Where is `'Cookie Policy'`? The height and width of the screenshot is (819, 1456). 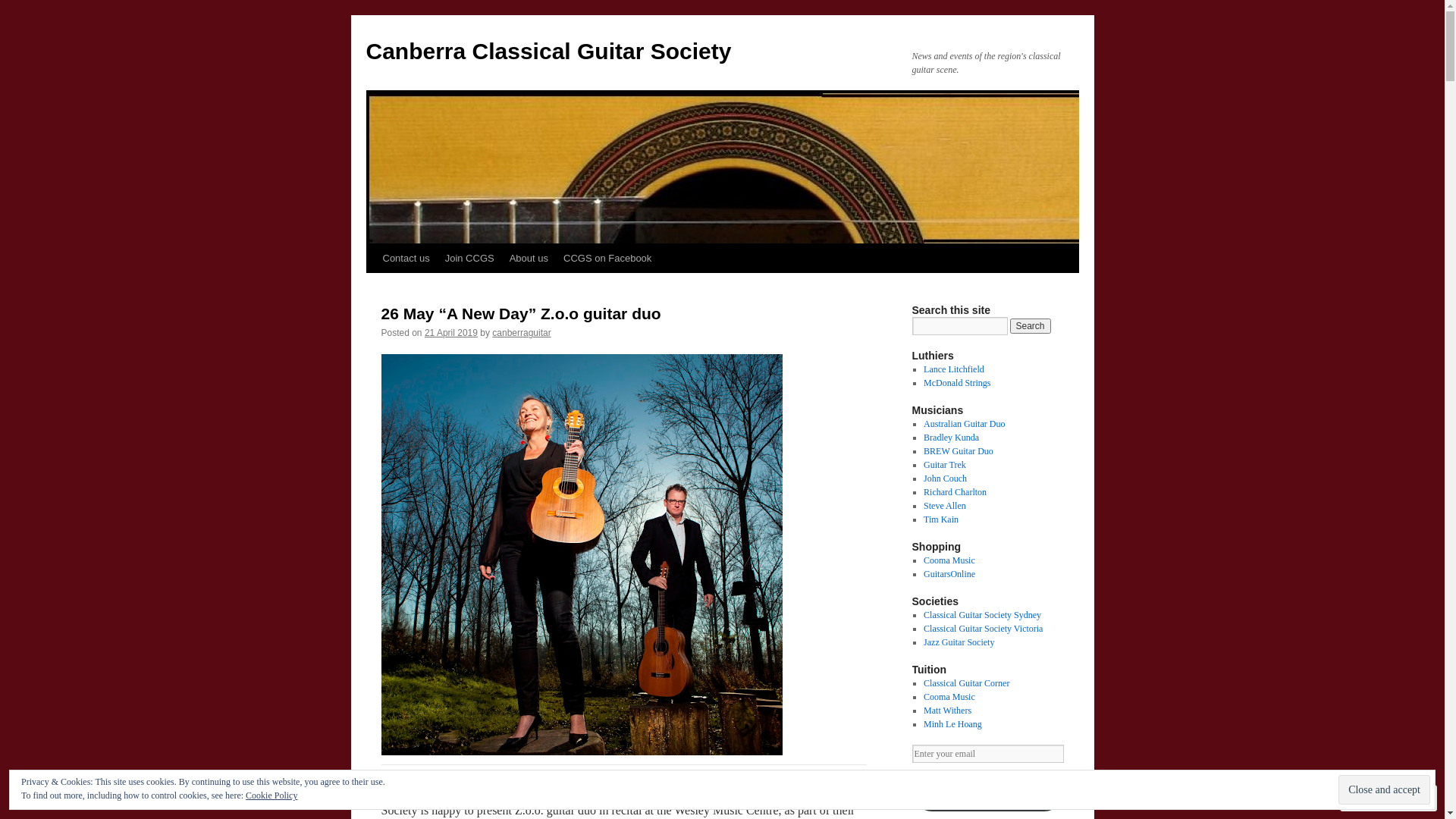
'Cookie Policy' is located at coordinates (271, 795).